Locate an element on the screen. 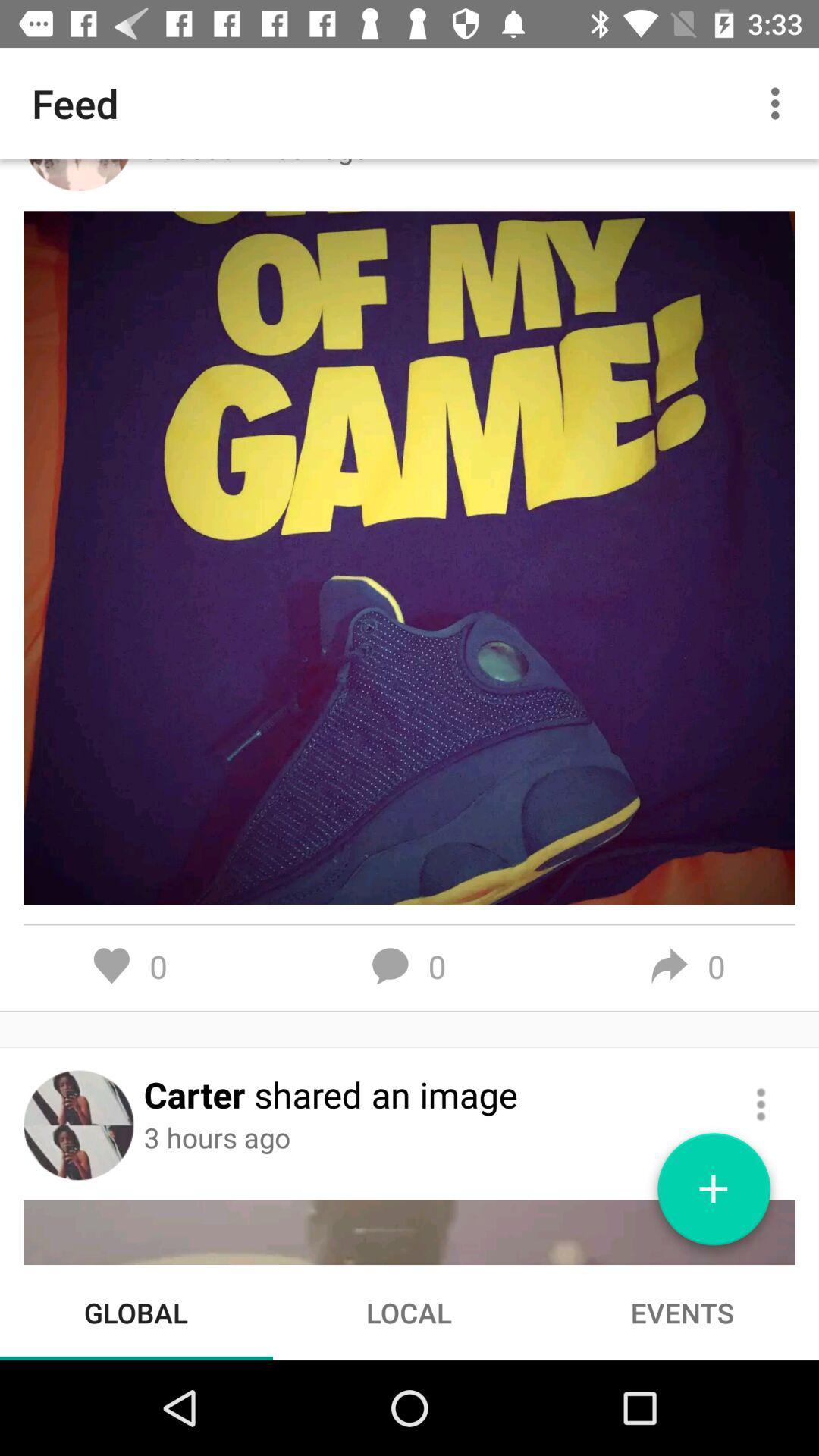 The width and height of the screenshot is (819, 1456). click option is located at coordinates (761, 1104).